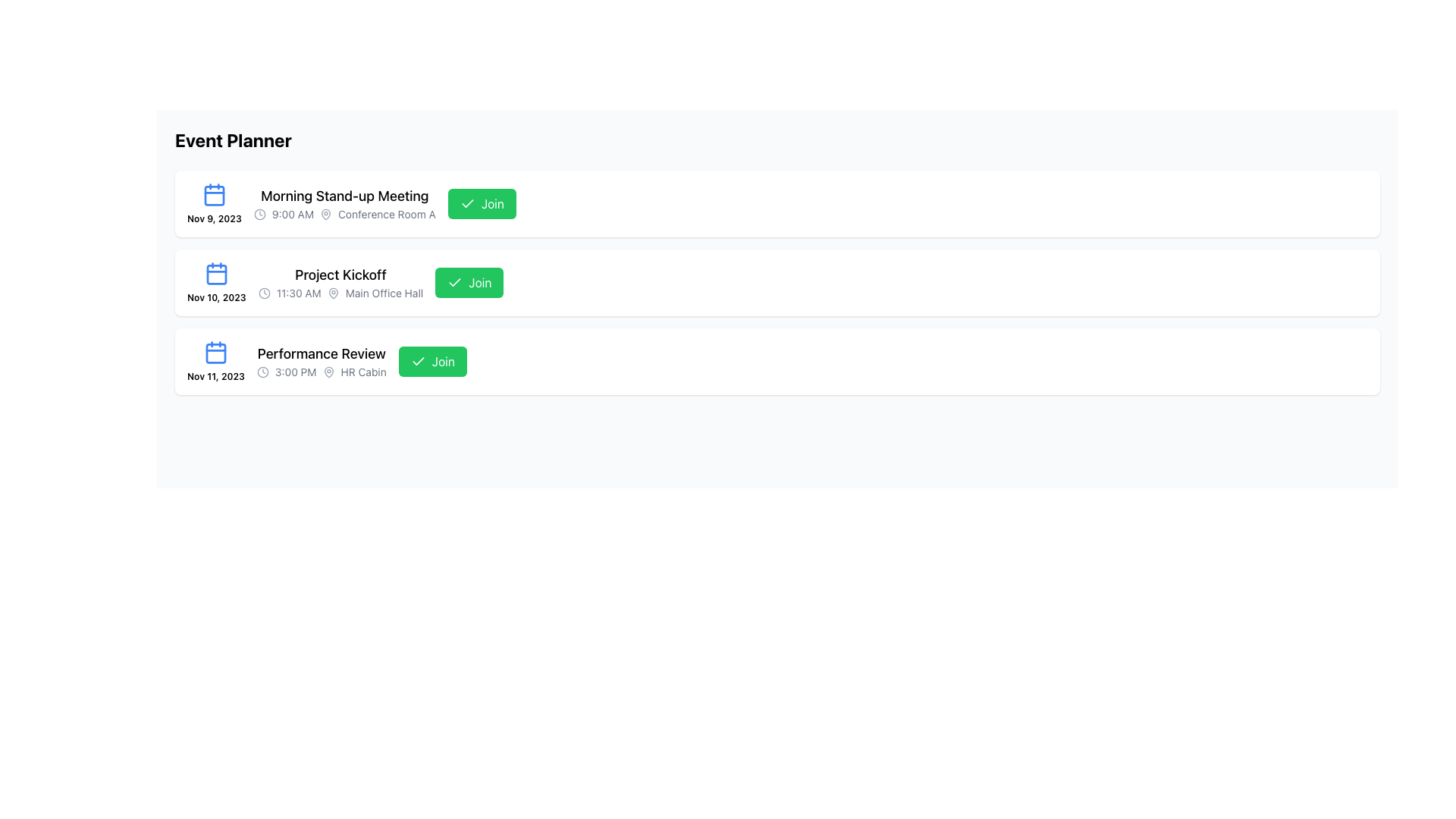  I want to click on the inner rectangular component of the first calendar icon representing the event's date for the 'Morning Stand-up Meeting', so click(213, 195).